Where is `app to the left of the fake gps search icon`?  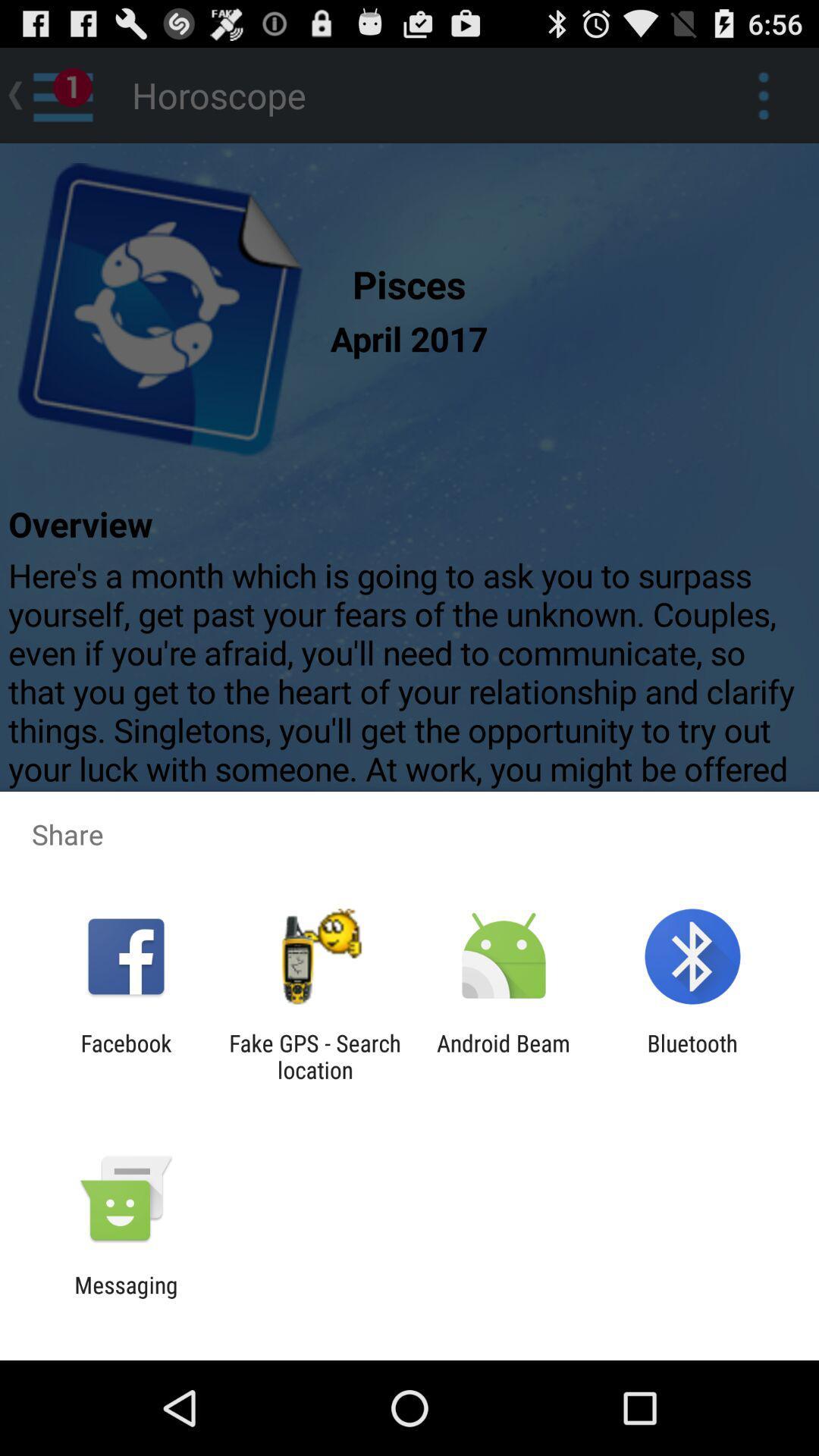
app to the left of the fake gps search icon is located at coordinates (125, 1056).